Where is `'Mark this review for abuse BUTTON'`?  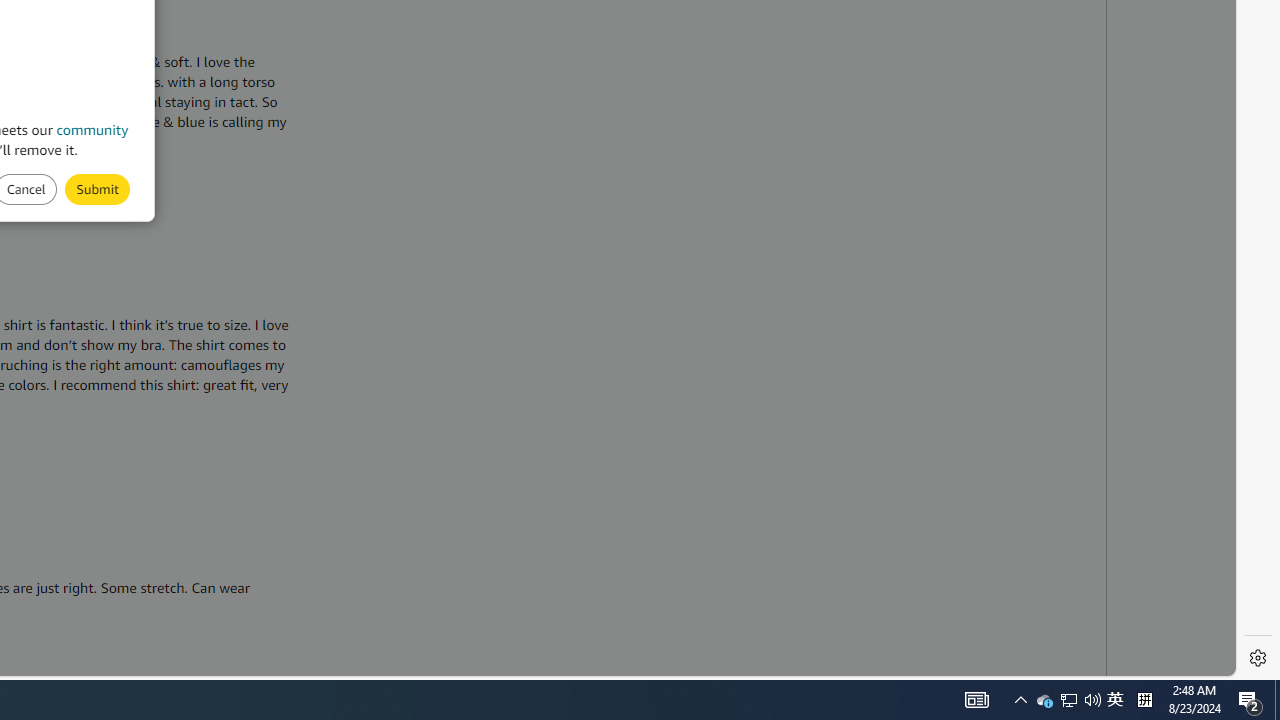 'Mark this review for abuse BUTTON' is located at coordinates (96, 189).